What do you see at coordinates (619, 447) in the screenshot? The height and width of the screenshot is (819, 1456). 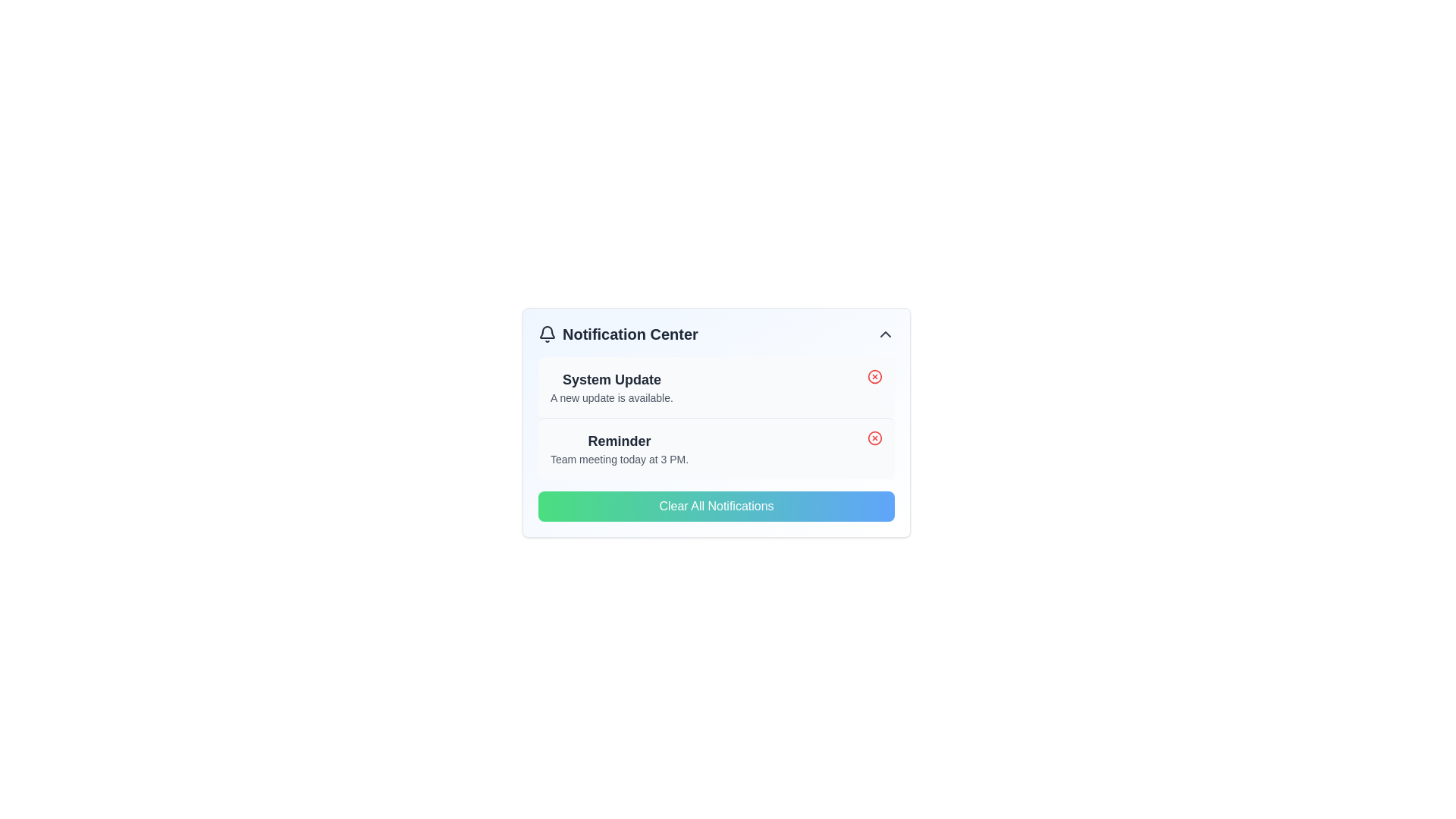 I see `the 'Reminder' text block in the second notification card of the Notification Center to interact with it` at bounding box center [619, 447].